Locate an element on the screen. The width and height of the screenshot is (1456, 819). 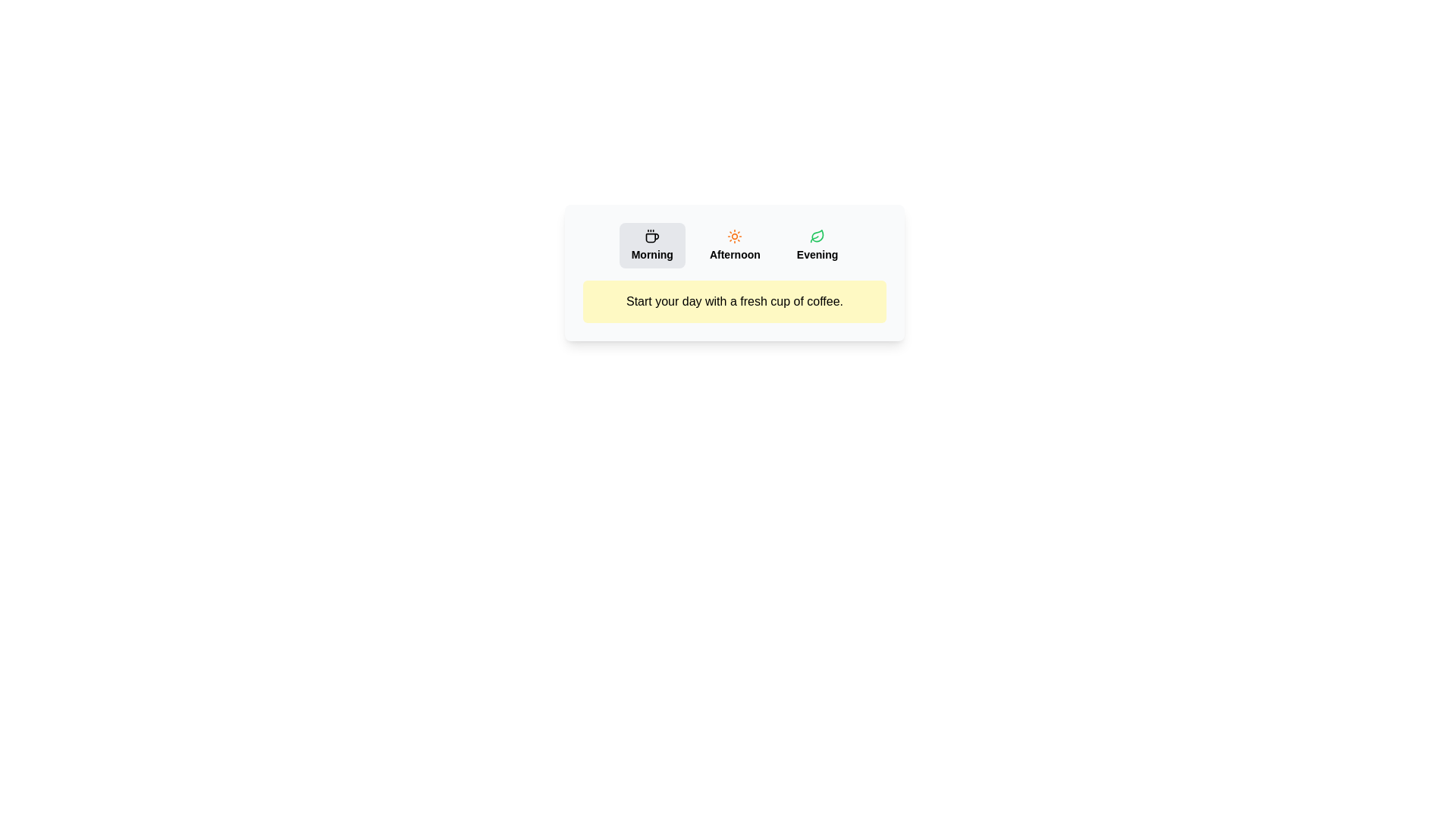
the Afternoon tab to display its content is located at coordinates (735, 245).